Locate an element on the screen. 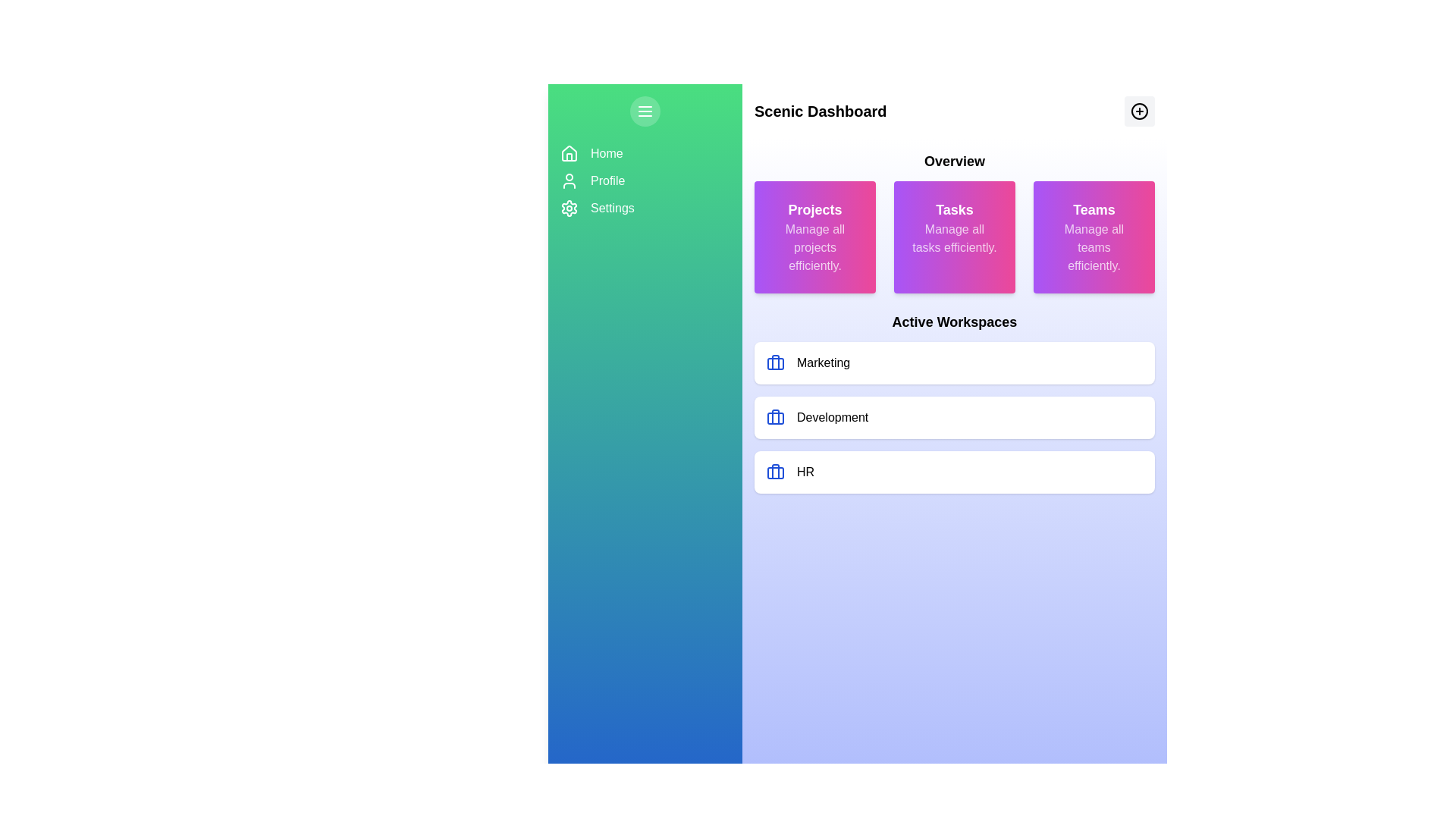  on the 'HR' label in the 'Active Workspaces' section is located at coordinates (805, 472).